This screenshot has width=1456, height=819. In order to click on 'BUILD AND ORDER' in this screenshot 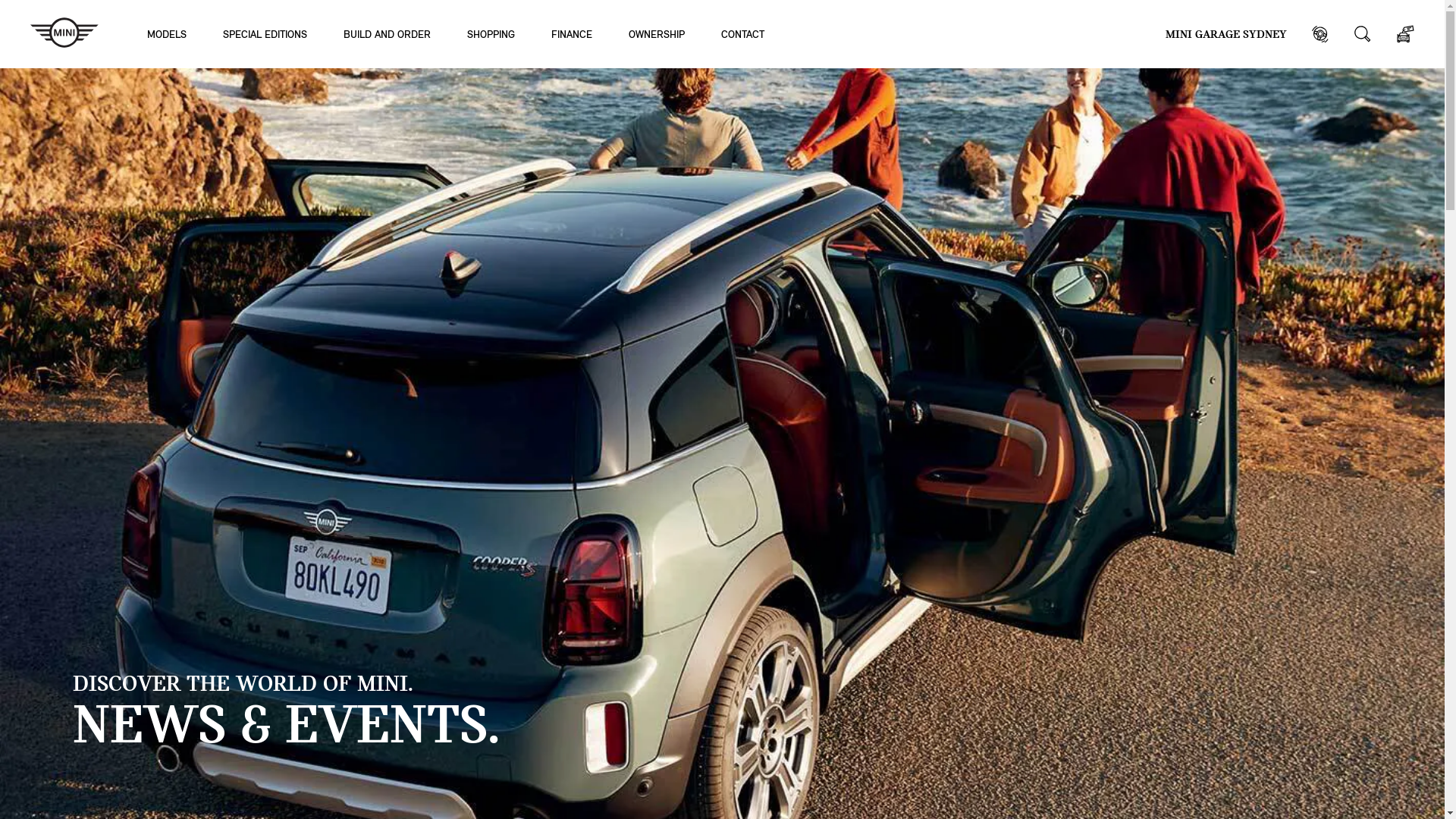, I will do `click(342, 33)`.